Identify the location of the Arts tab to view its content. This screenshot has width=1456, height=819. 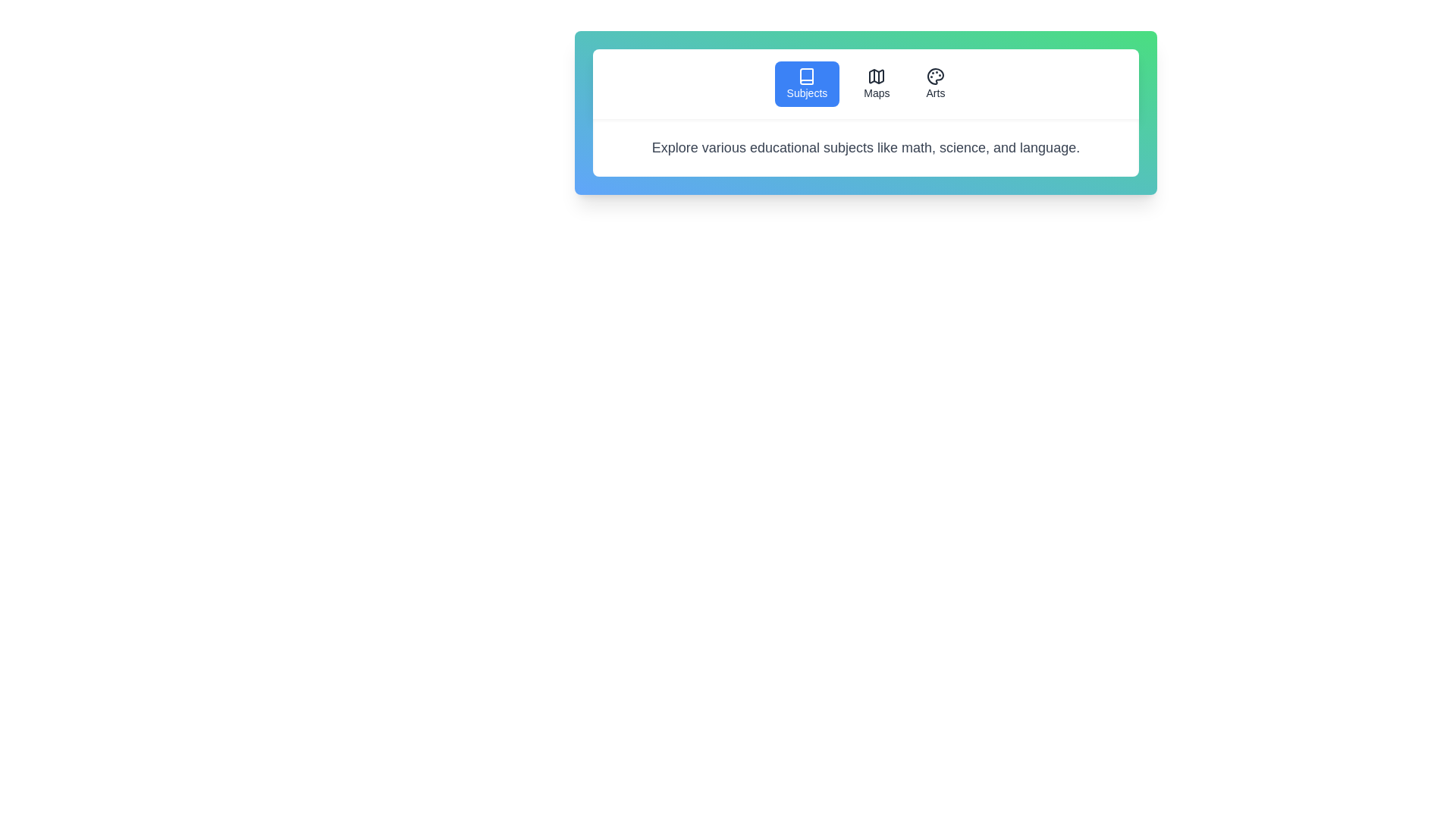
(934, 84).